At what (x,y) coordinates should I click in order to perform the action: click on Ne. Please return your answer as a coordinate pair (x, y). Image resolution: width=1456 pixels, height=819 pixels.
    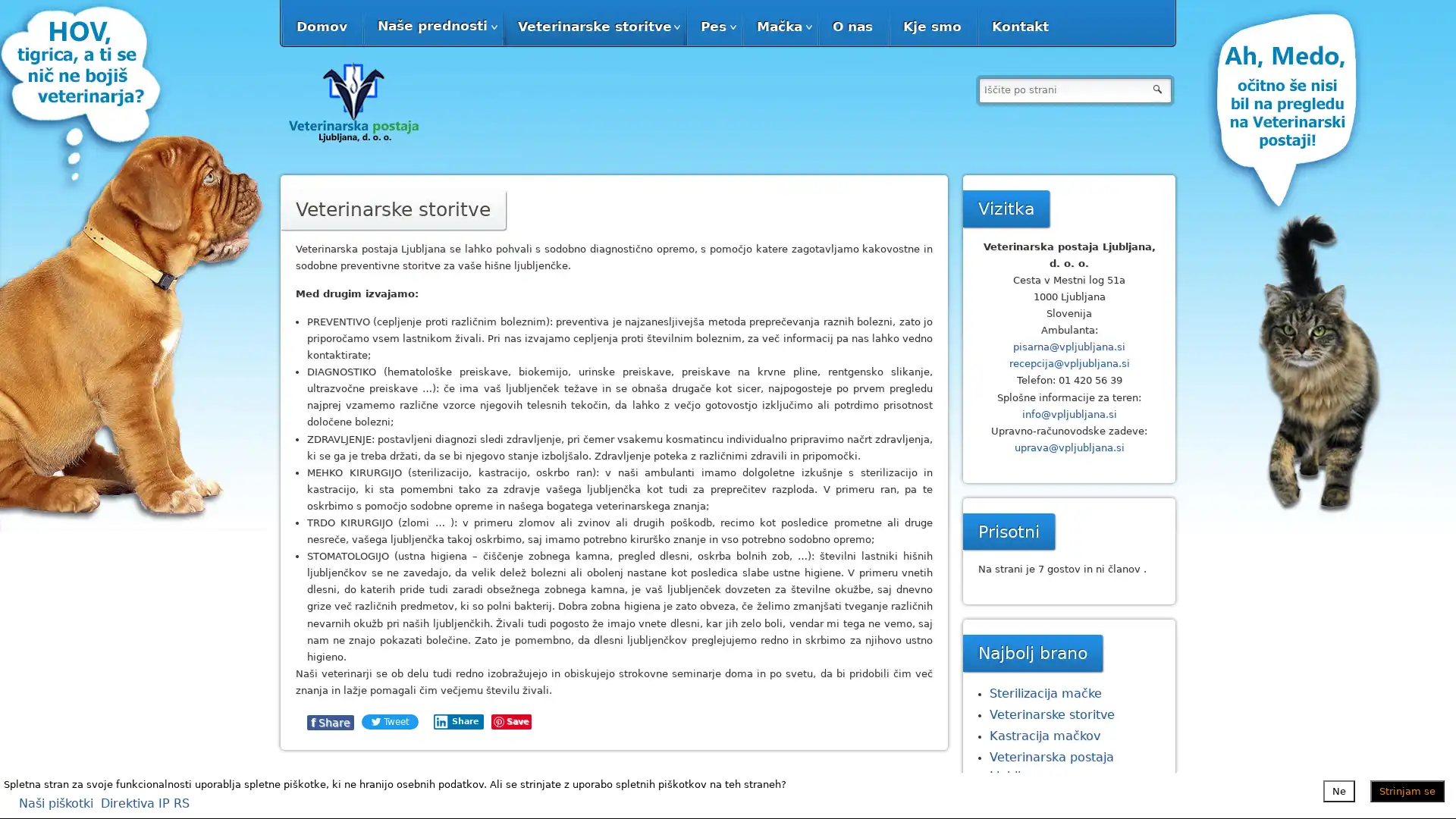
    Looking at the image, I should click on (1339, 789).